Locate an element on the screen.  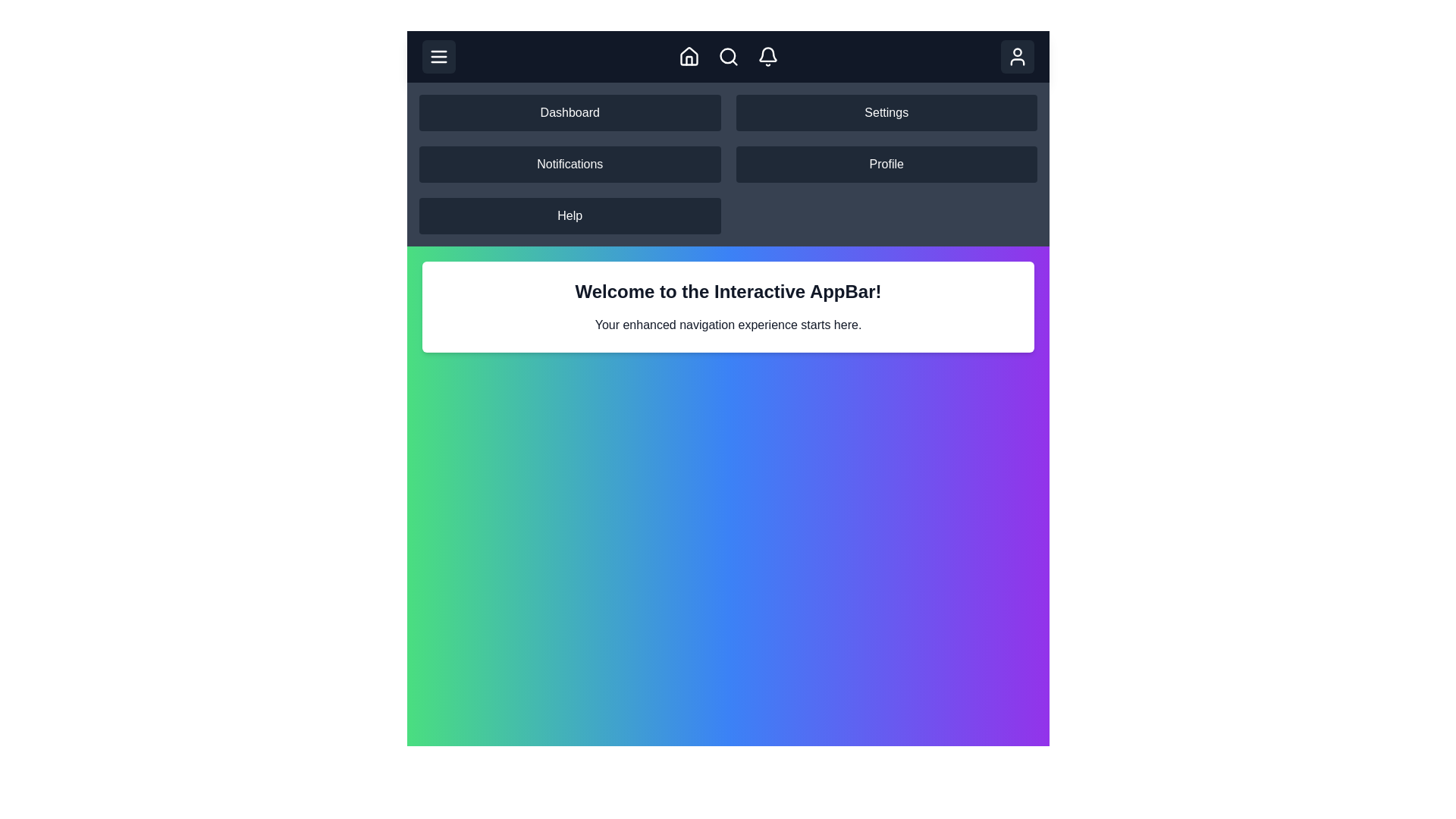
the Notifications button in the navigation bar is located at coordinates (767, 55).